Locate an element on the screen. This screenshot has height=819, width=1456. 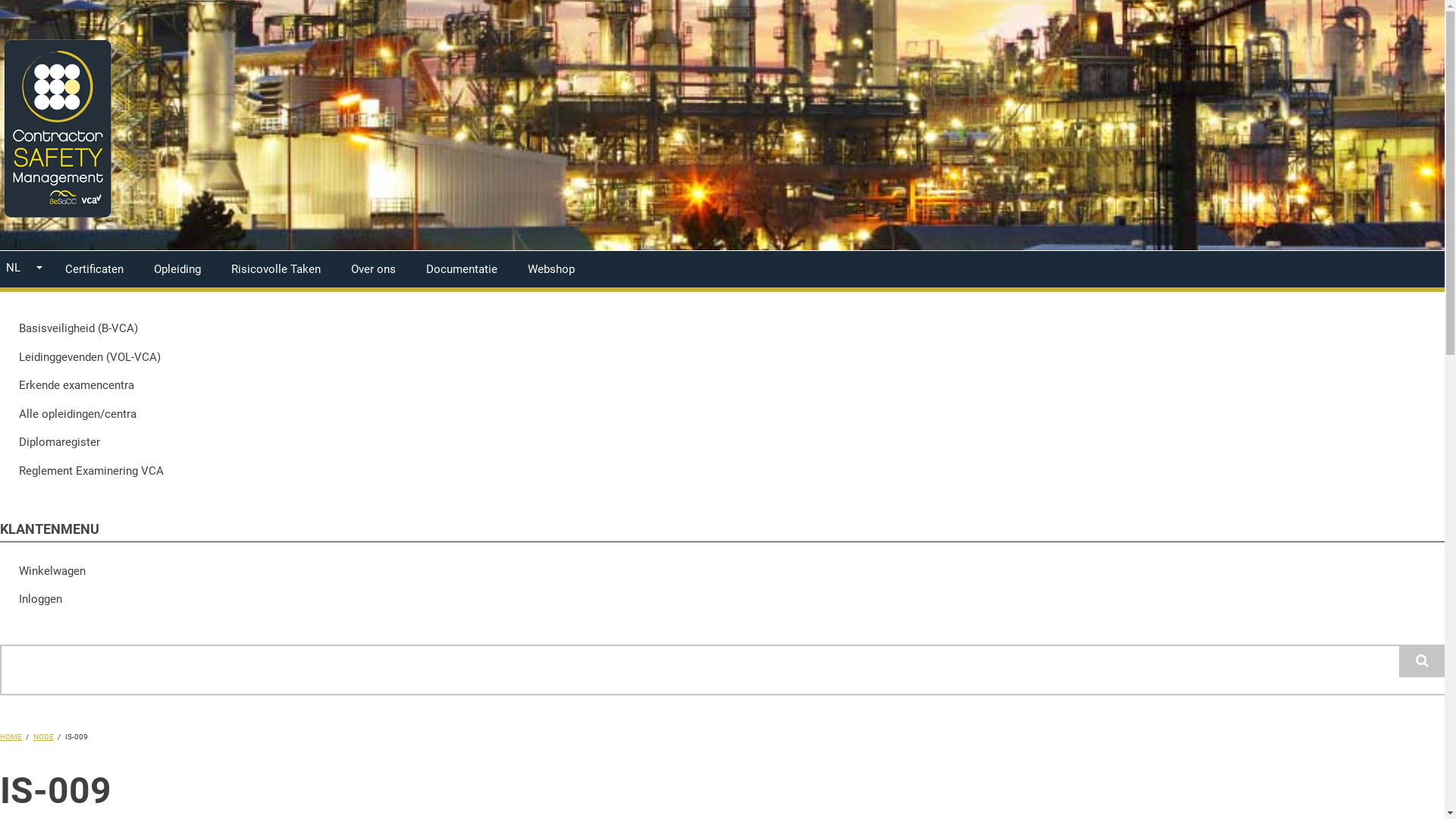
'Erkende examencentra' is located at coordinates (0, 385).